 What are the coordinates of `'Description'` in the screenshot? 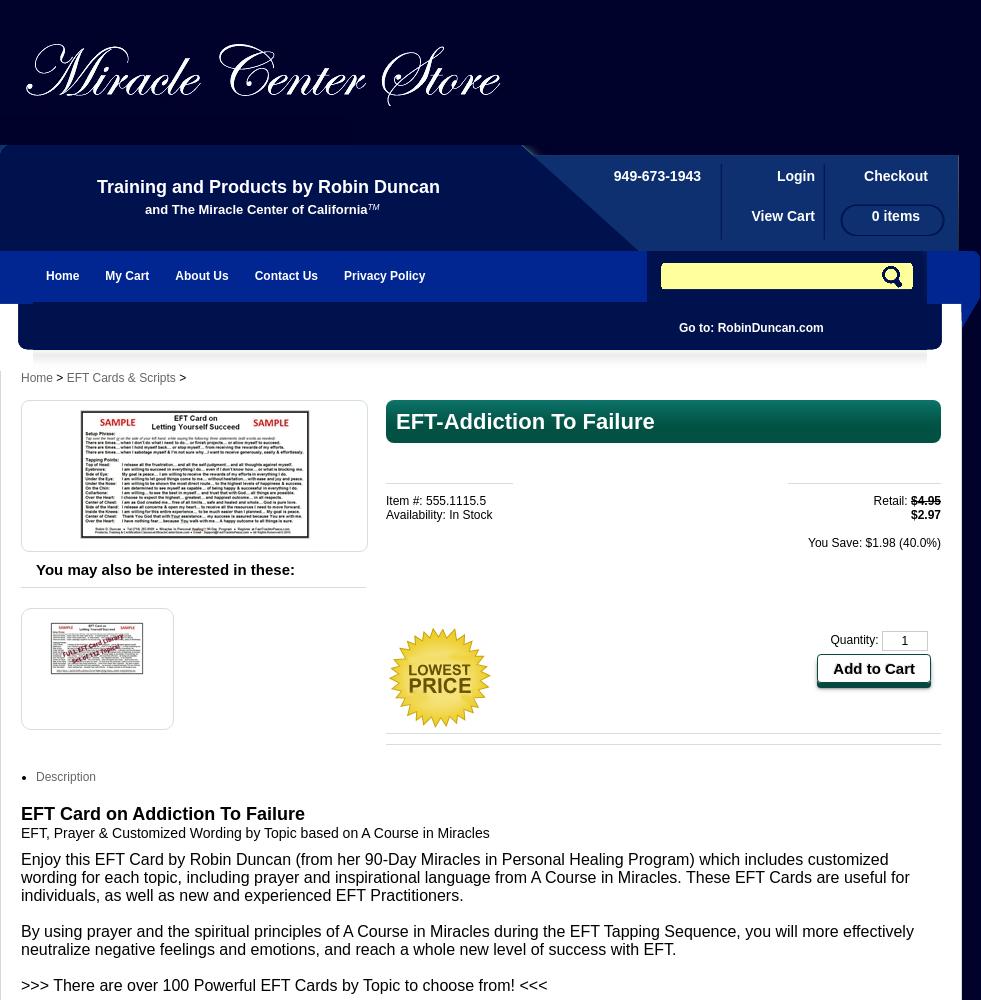 It's located at (65, 777).